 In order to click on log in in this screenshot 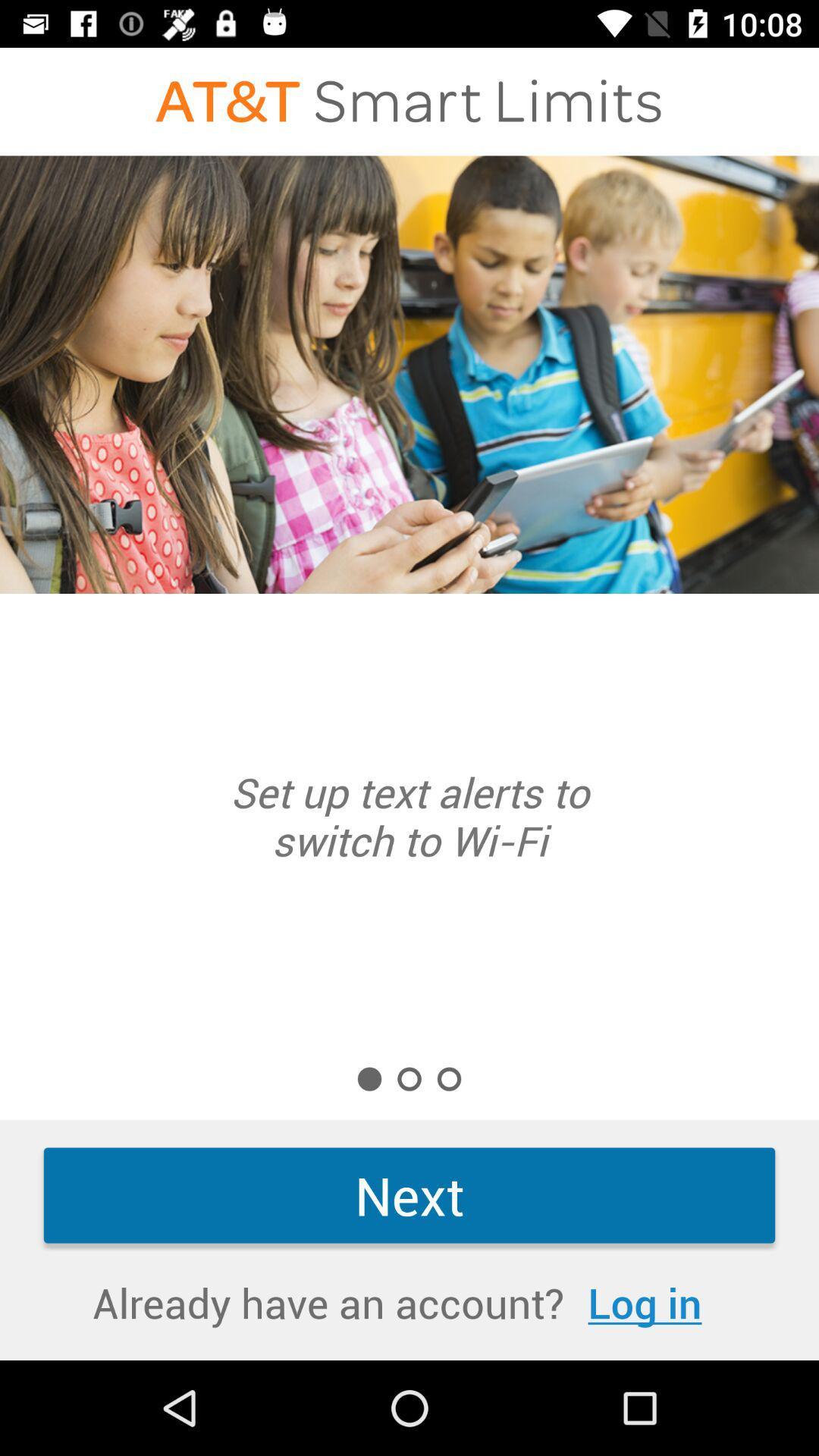, I will do `click(645, 1301)`.